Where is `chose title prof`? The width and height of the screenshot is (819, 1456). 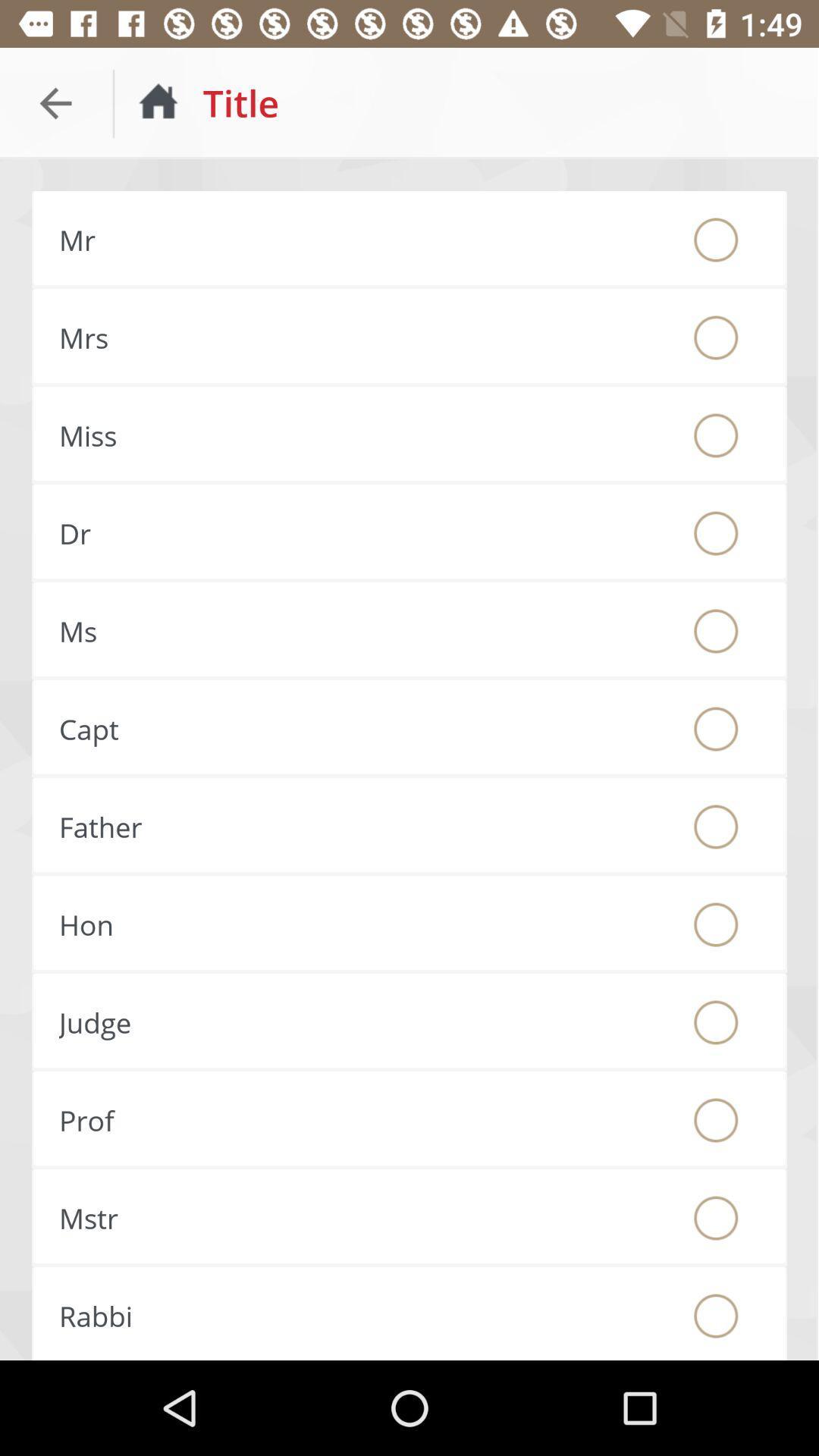
chose title prof is located at coordinates (716, 1120).